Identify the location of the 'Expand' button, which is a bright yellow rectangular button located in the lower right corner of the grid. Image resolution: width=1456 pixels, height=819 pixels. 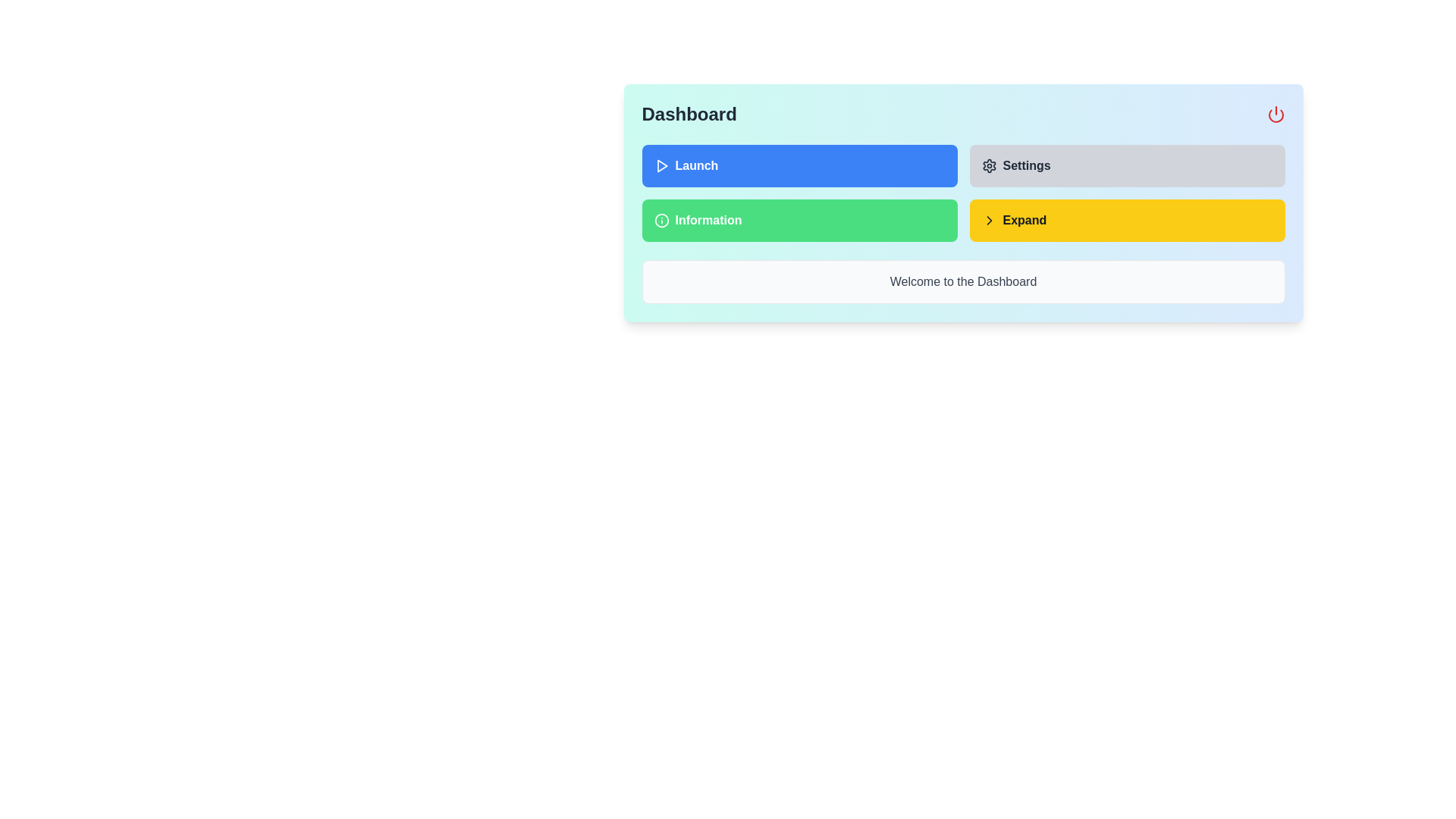
(1127, 220).